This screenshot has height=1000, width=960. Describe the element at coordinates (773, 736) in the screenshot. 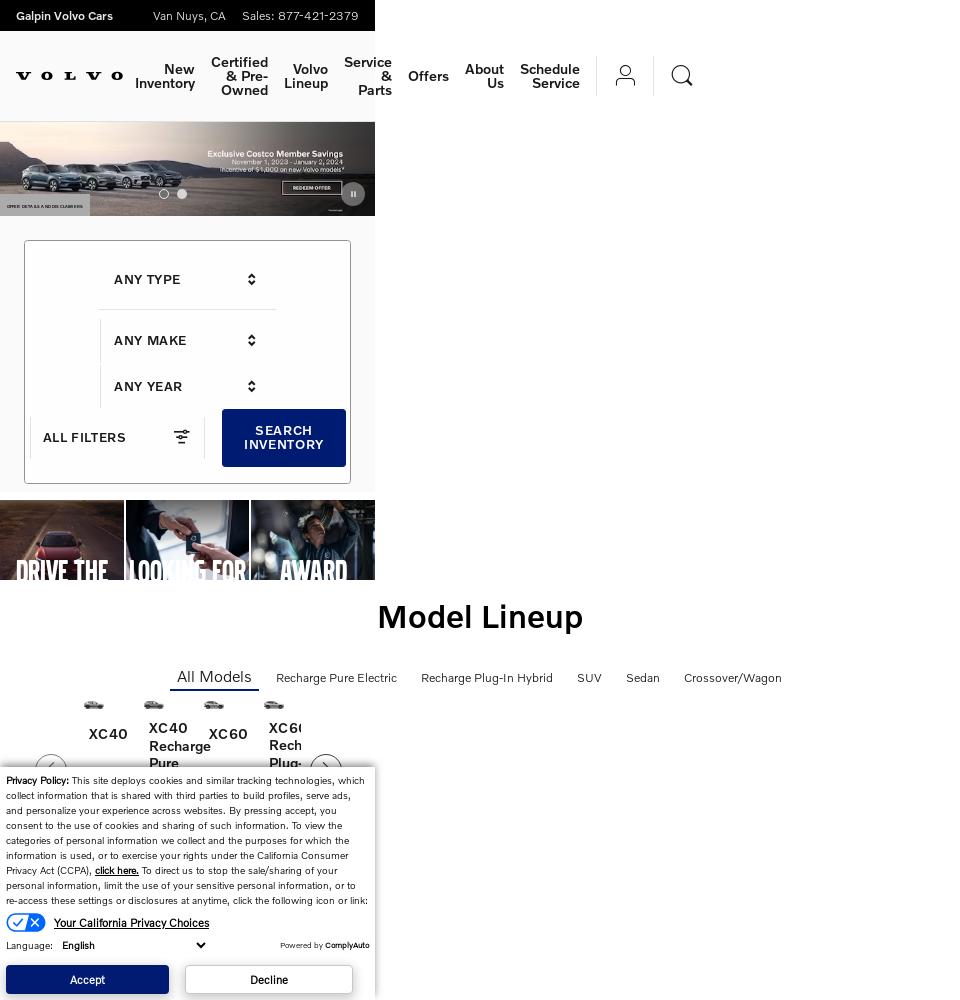

I see `'V60 Cross Country'` at that location.